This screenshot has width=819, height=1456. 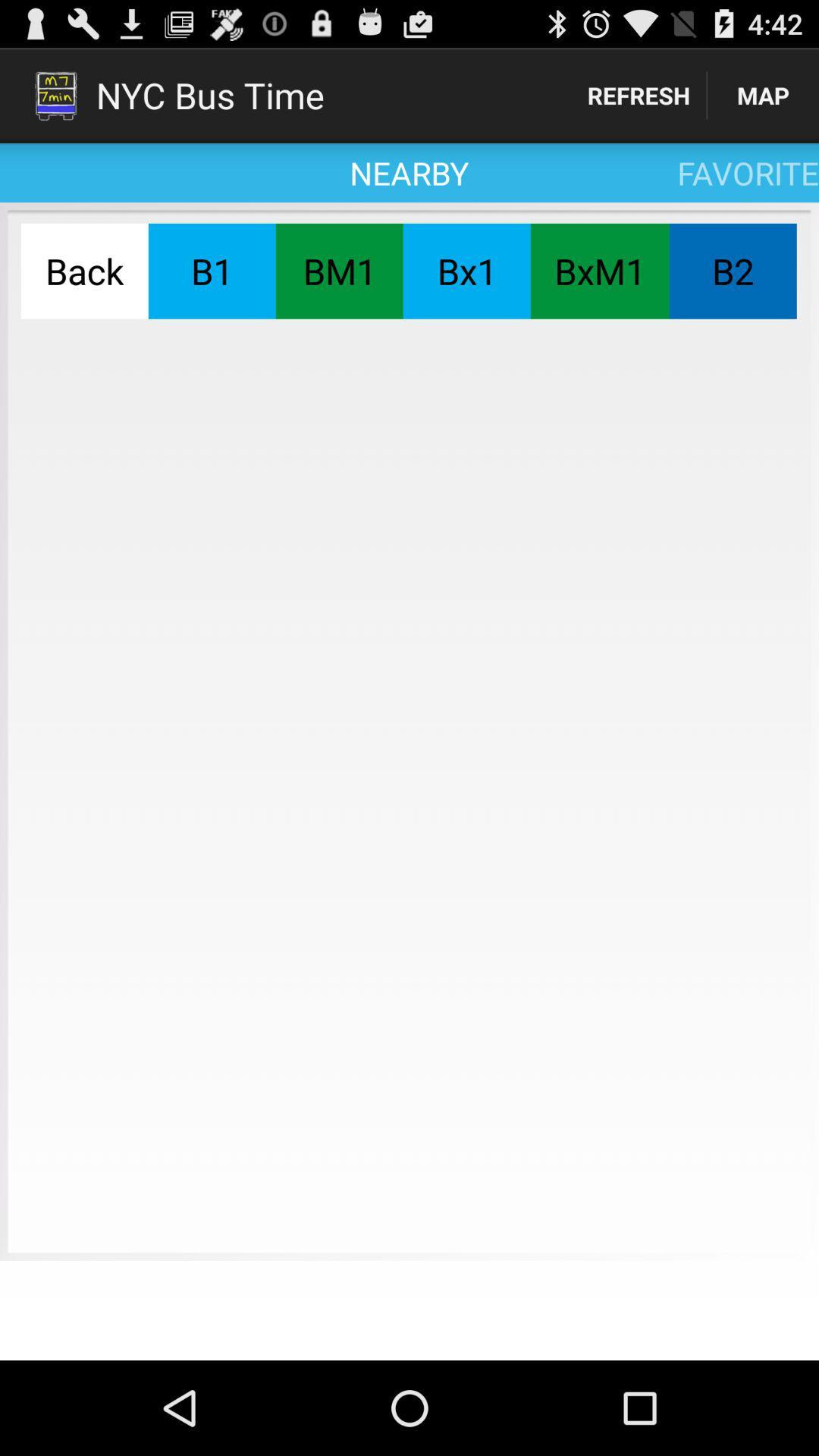 What do you see at coordinates (599, 271) in the screenshot?
I see `the button to the right of bx1 button` at bounding box center [599, 271].